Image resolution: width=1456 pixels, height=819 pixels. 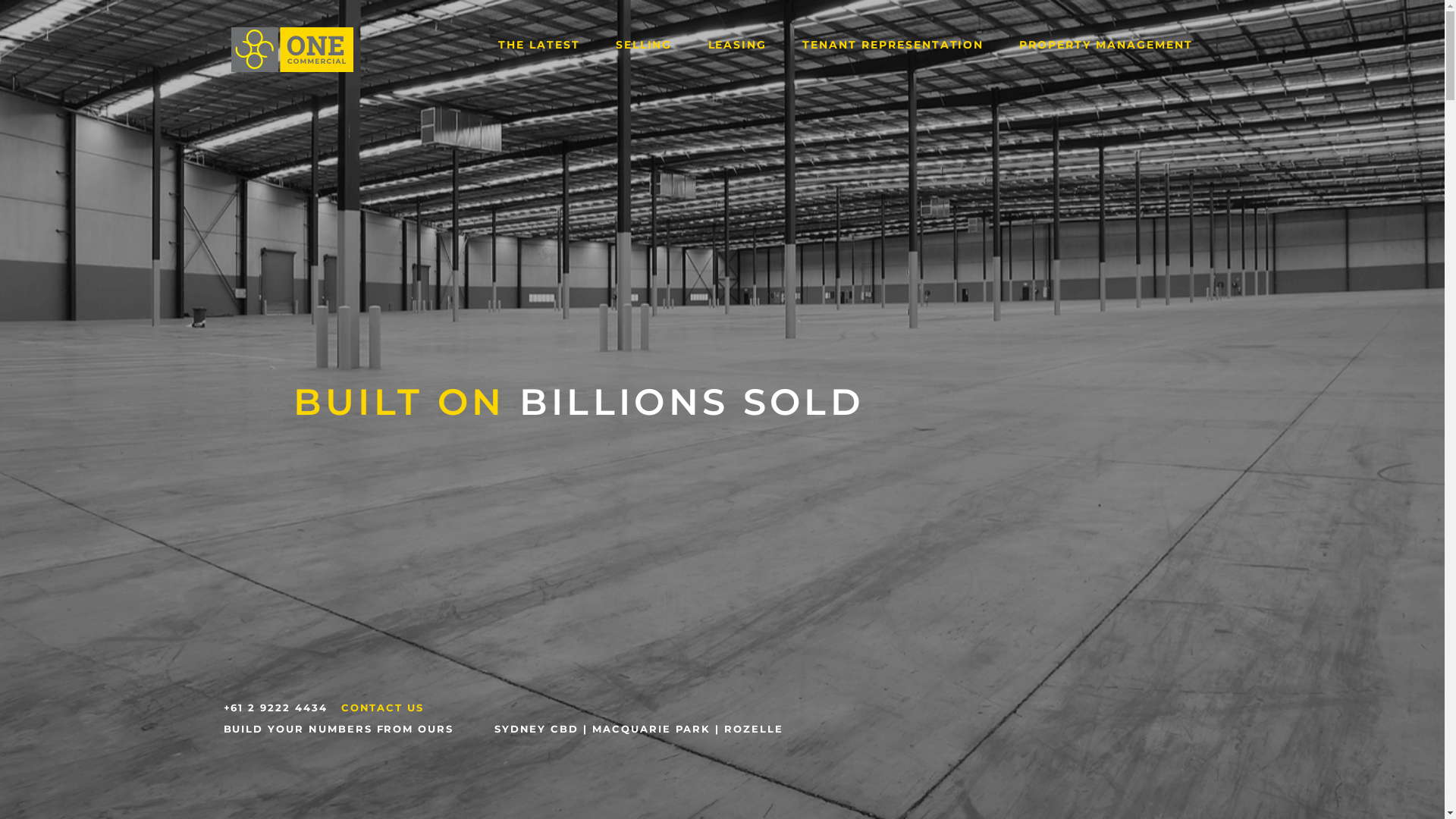 What do you see at coordinates (737, 43) in the screenshot?
I see `'LEASING'` at bounding box center [737, 43].